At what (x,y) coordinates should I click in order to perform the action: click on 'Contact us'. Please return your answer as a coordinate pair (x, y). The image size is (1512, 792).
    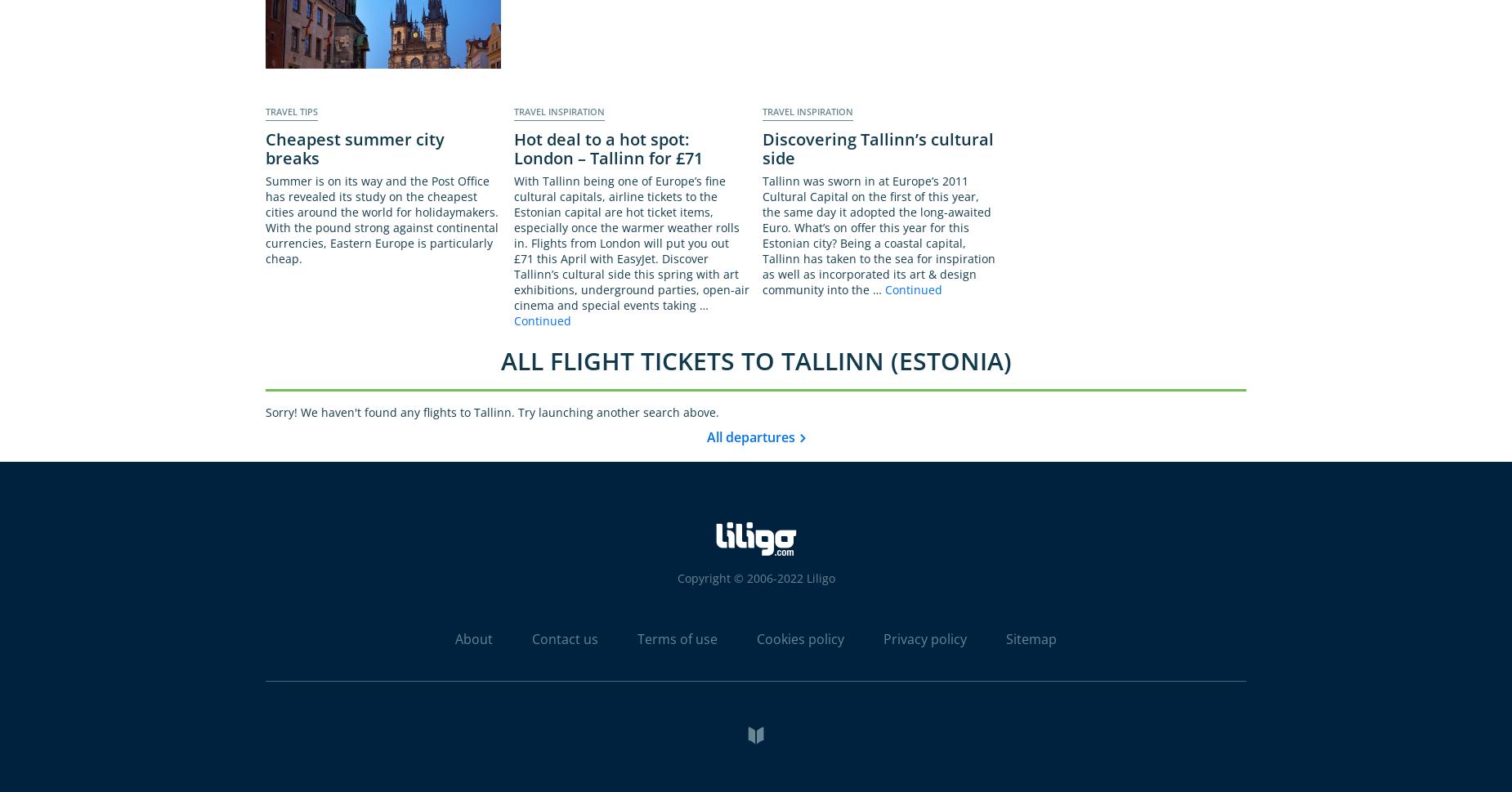
    Looking at the image, I should click on (565, 638).